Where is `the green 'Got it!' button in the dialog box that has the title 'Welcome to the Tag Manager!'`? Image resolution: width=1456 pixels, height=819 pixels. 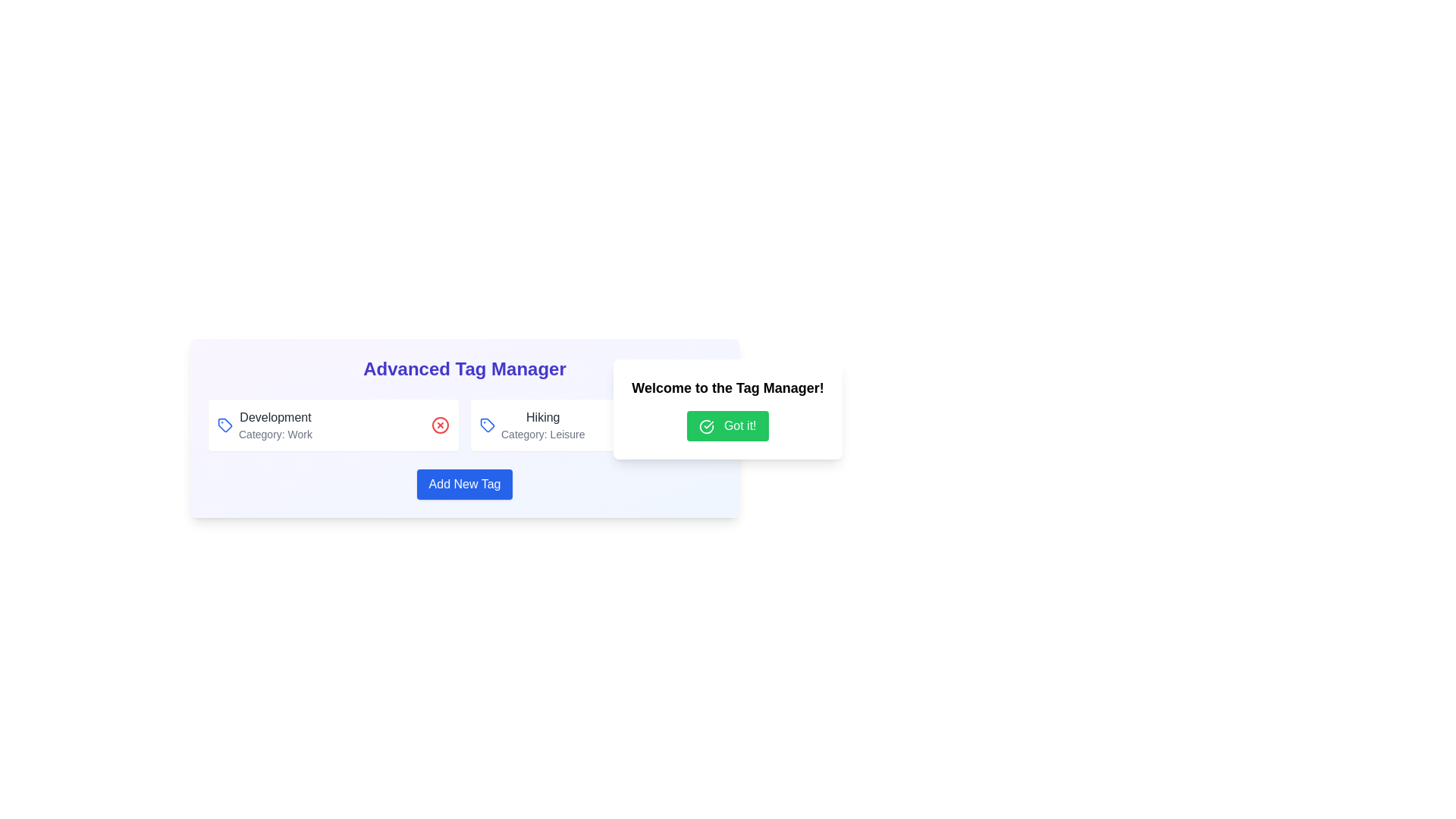
the green 'Got it!' button in the dialog box that has the title 'Welcome to the Tag Manager!' is located at coordinates (728, 409).